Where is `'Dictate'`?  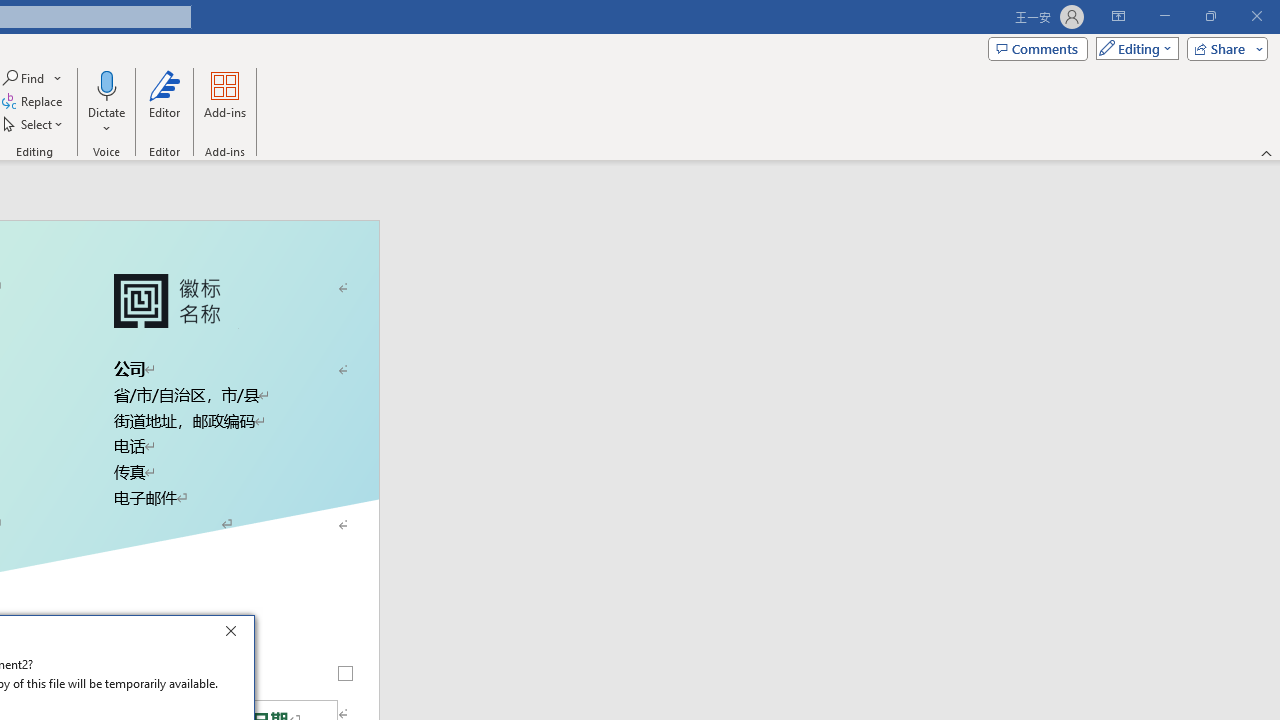 'Dictate' is located at coordinates (105, 103).